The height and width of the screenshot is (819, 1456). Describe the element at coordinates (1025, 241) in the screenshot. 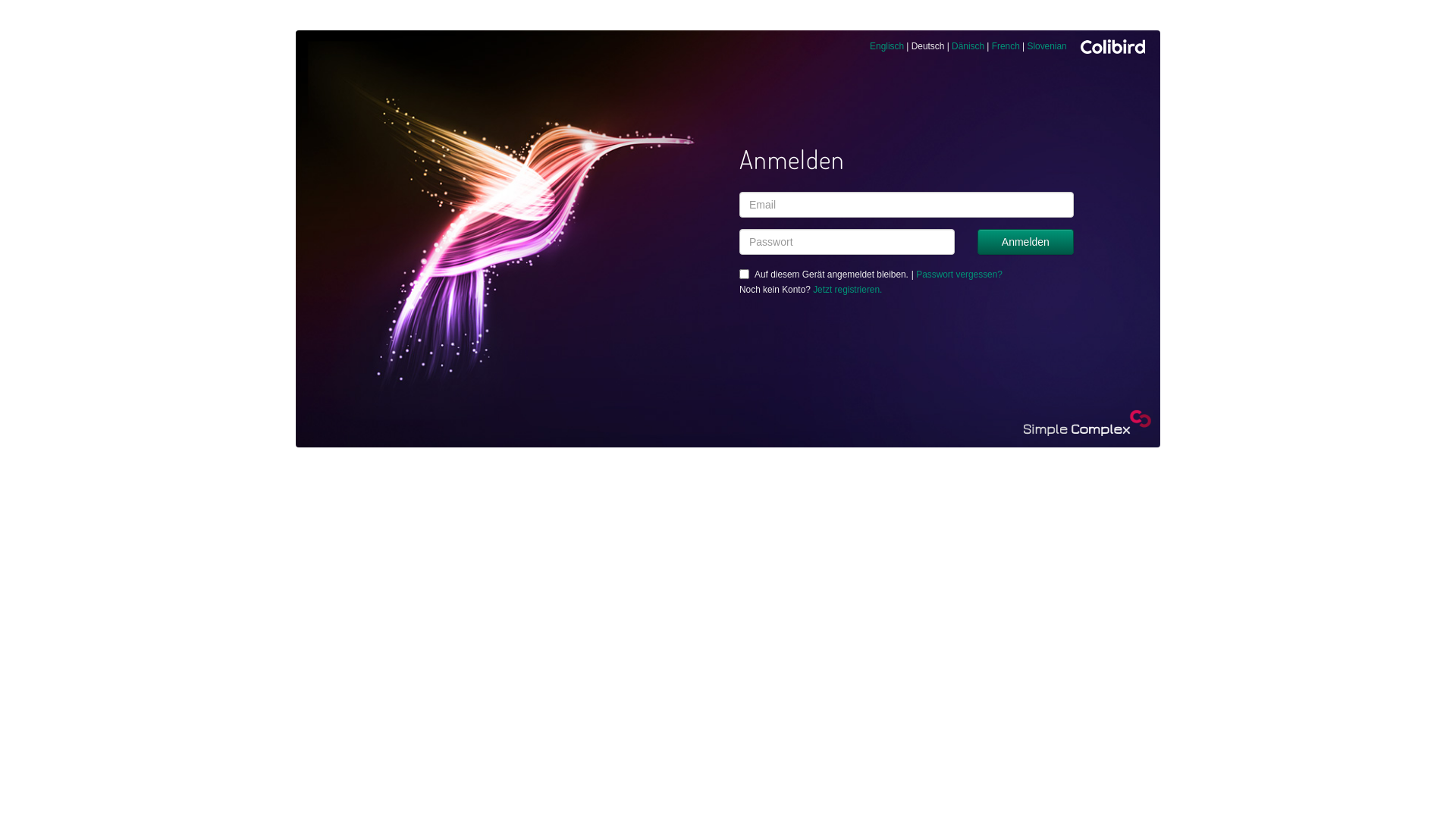

I see `'Anmelden'` at that location.